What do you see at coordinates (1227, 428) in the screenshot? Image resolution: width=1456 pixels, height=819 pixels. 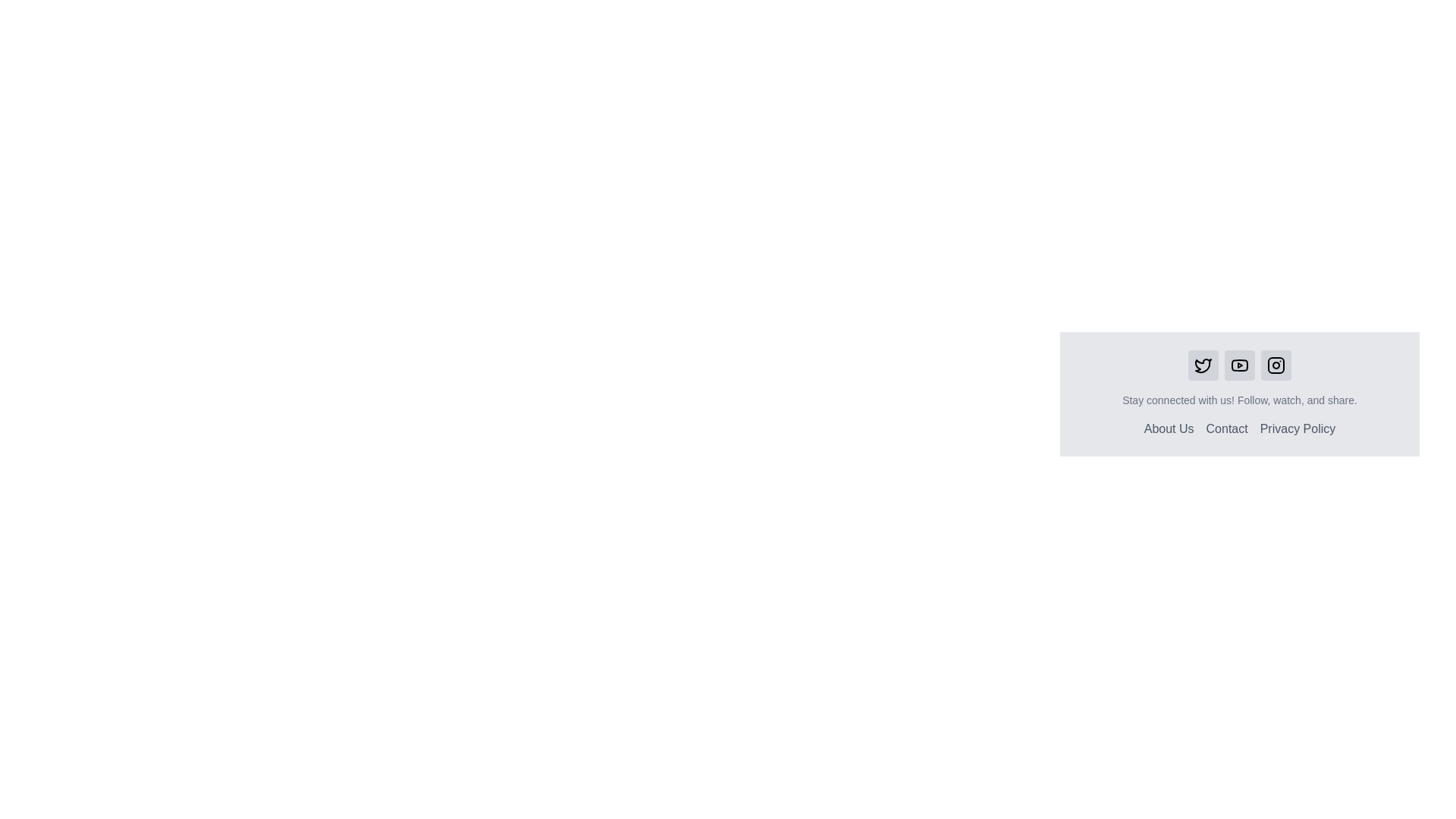 I see `the 'Contact' hyperlink in the footer` at bounding box center [1227, 428].